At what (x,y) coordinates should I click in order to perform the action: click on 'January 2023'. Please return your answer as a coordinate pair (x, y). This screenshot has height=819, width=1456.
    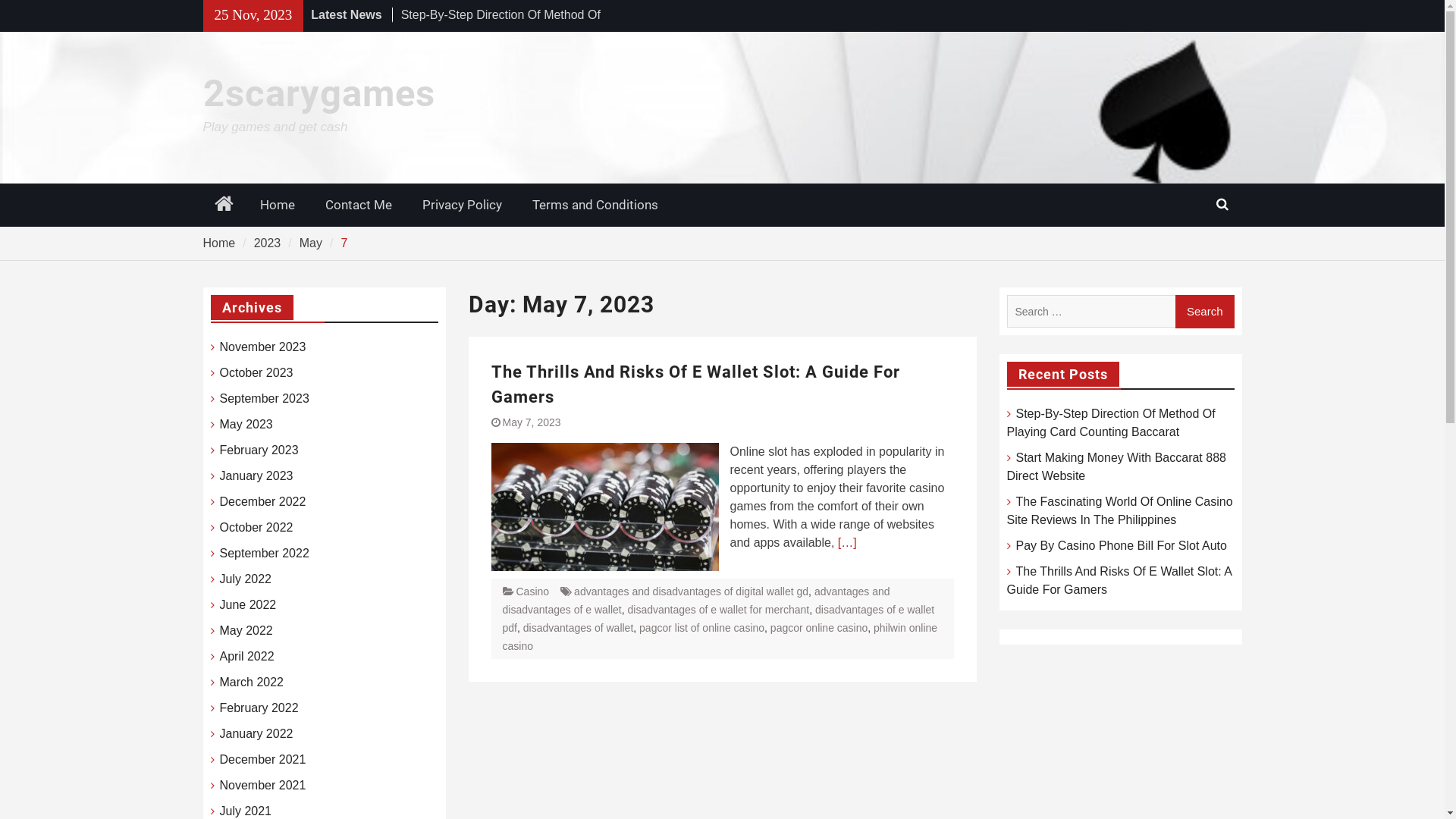
    Looking at the image, I should click on (256, 475).